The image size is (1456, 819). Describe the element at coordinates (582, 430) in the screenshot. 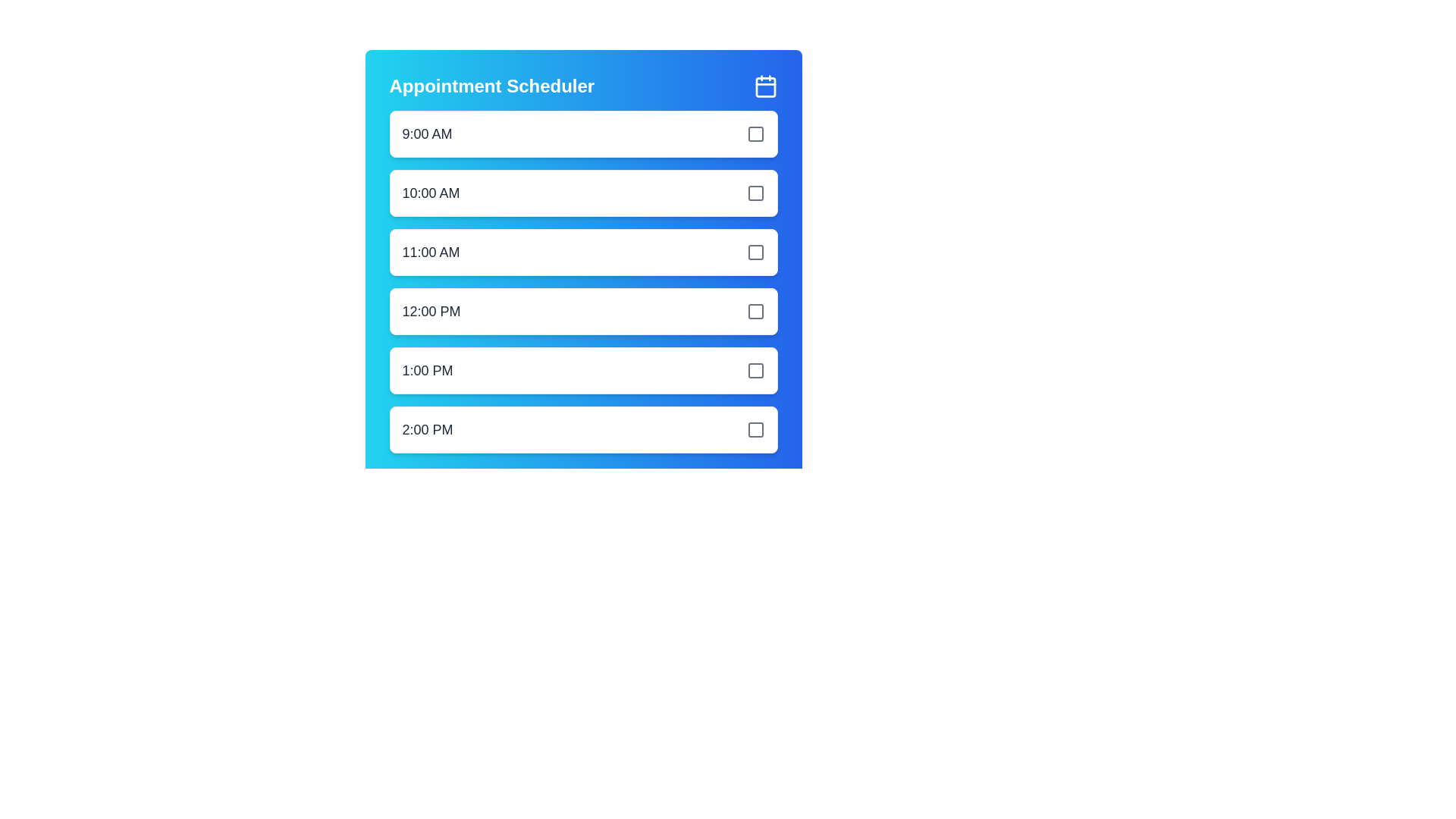

I see `the time slot 2:00 PM by clicking on its corresponding interactive element` at that location.